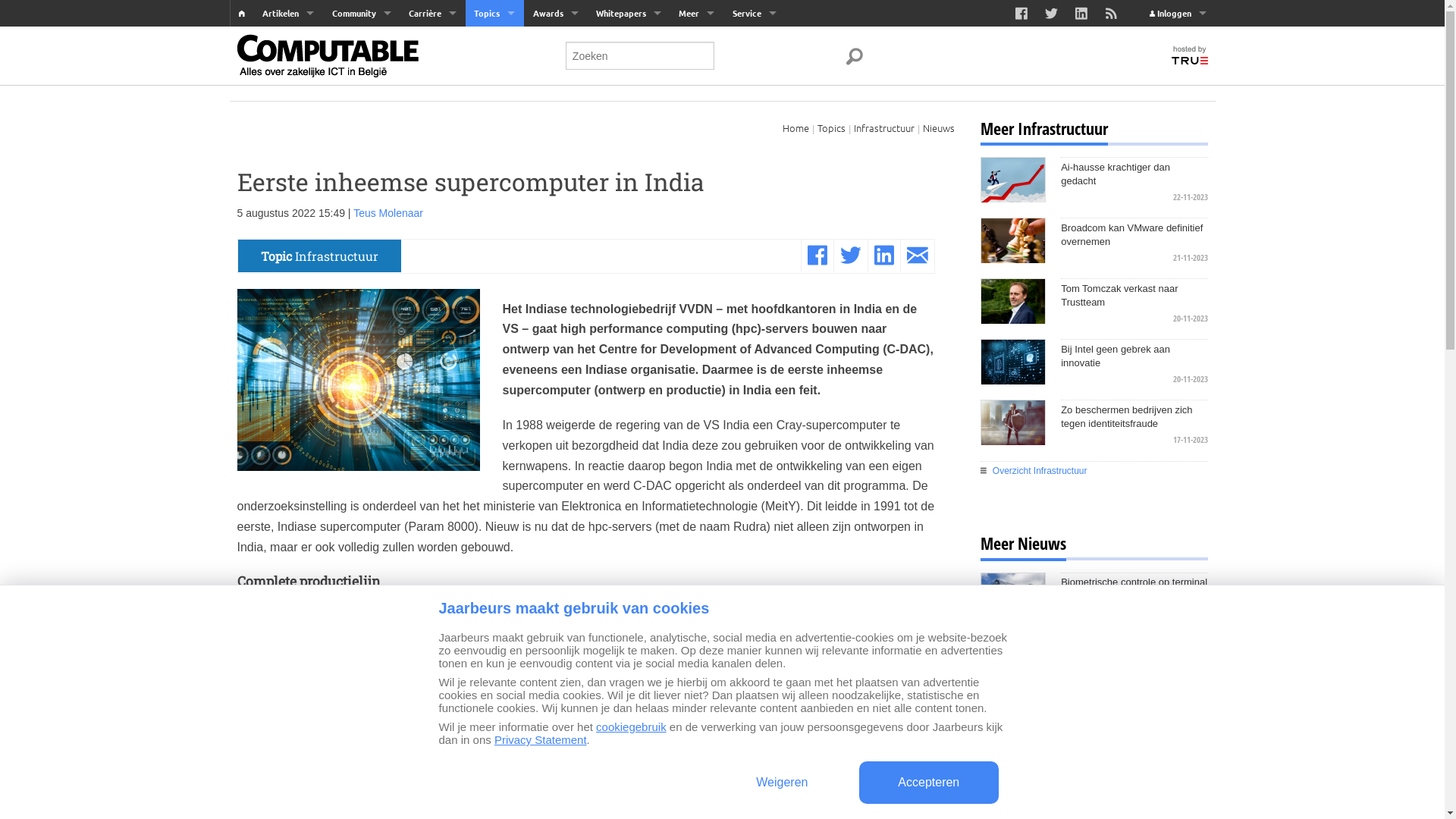  I want to click on 'Baanvak', so click(431, 39).